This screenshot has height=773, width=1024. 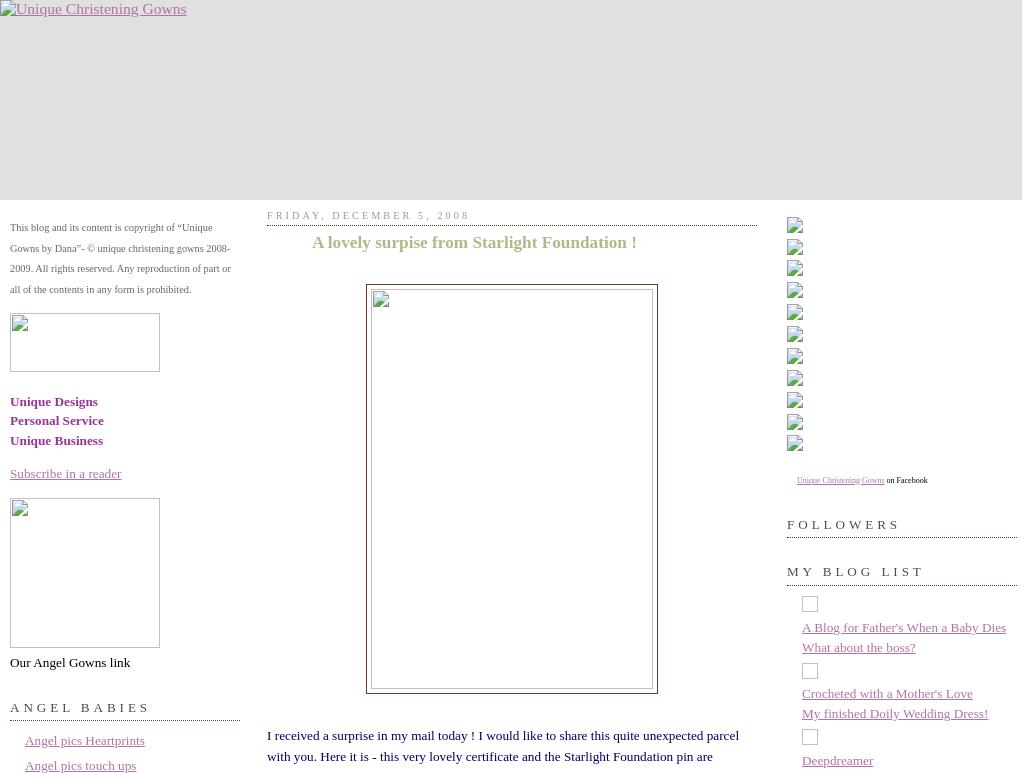 I want to click on 'Deepdreamer', so click(x=836, y=759).